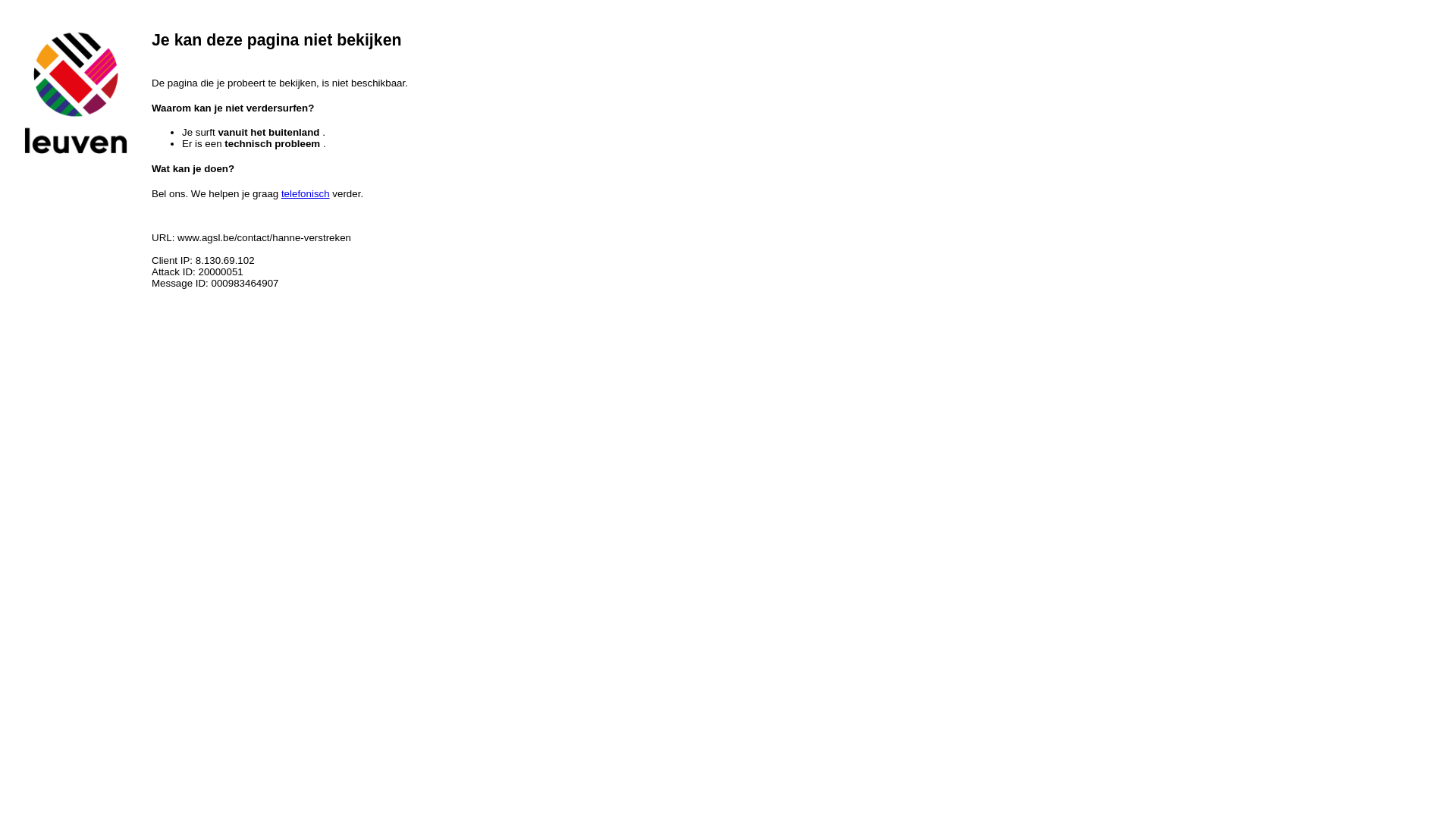 Image resolution: width=1456 pixels, height=819 pixels. What do you see at coordinates (281, 193) in the screenshot?
I see `'telefonisch'` at bounding box center [281, 193].